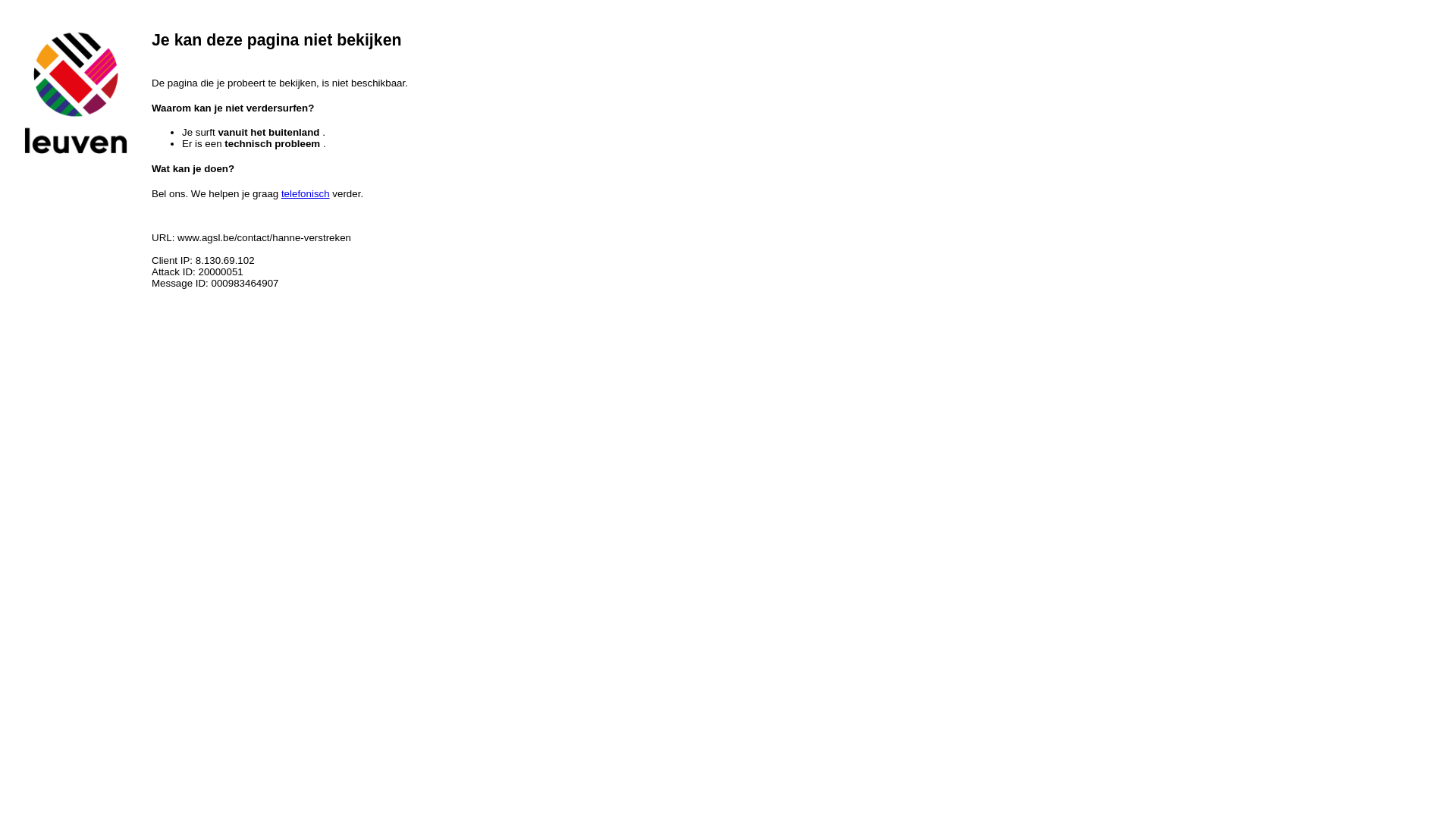 Image resolution: width=1456 pixels, height=819 pixels. What do you see at coordinates (281, 193) in the screenshot?
I see `'telefonisch'` at bounding box center [281, 193].